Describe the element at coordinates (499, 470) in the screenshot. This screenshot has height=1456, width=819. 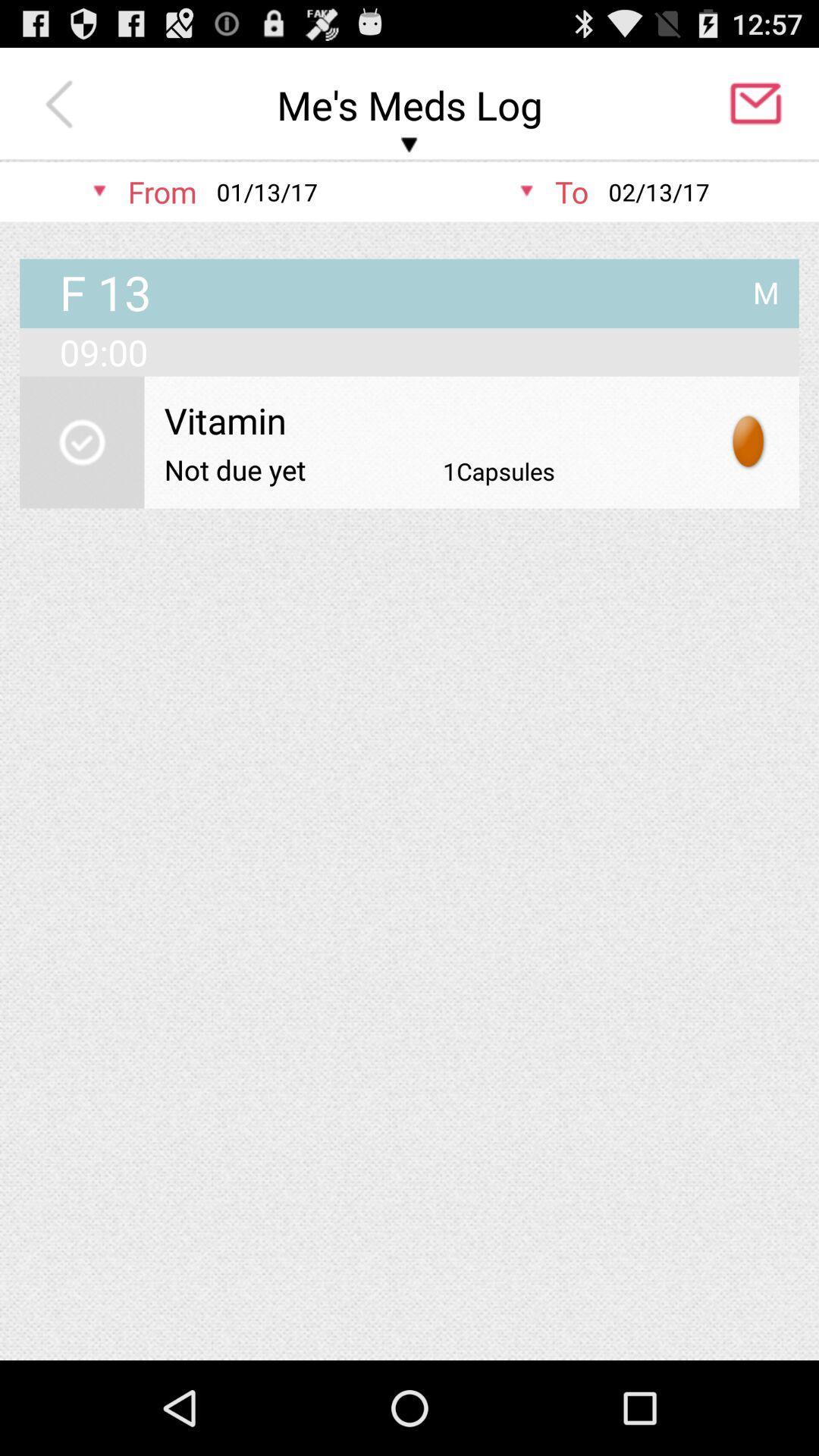
I see `the app next to the not due yet app` at that location.